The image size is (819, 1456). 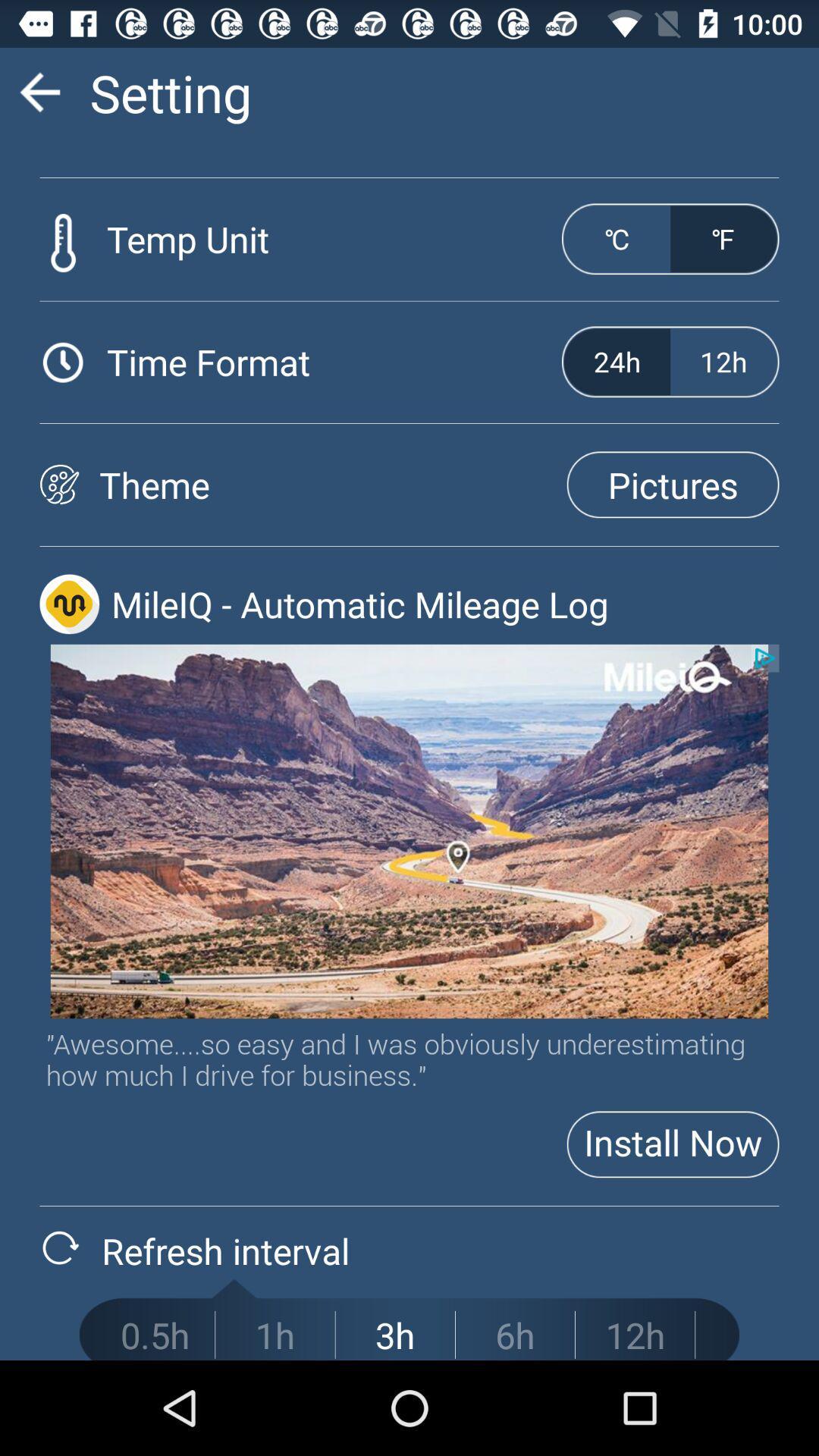 What do you see at coordinates (394, 1335) in the screenshot?
I see `3h item` at bounding box center [394, 1335].